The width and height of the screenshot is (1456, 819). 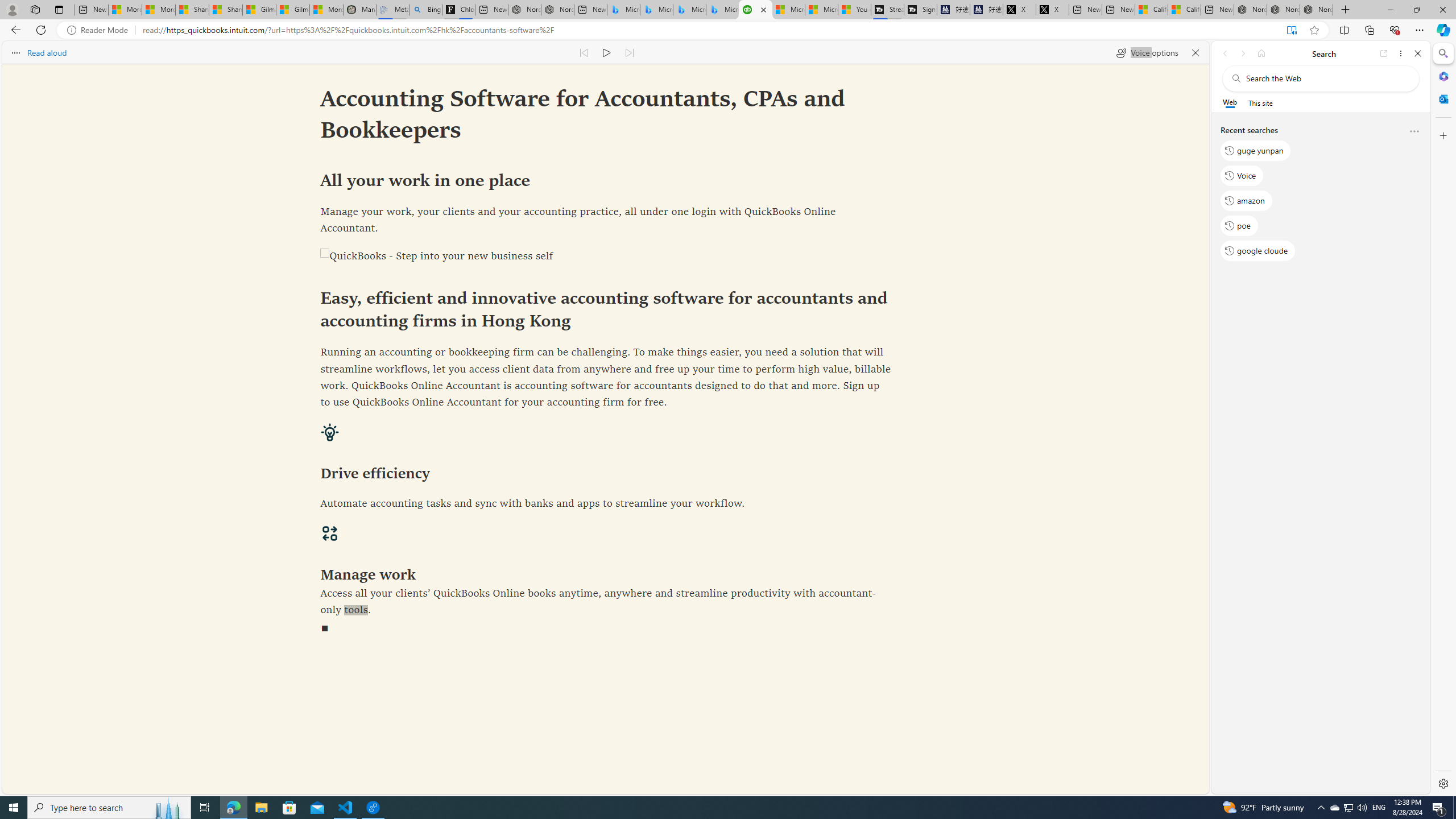 I want to click on 'Read next paragraph', so click(x=628, y=52).